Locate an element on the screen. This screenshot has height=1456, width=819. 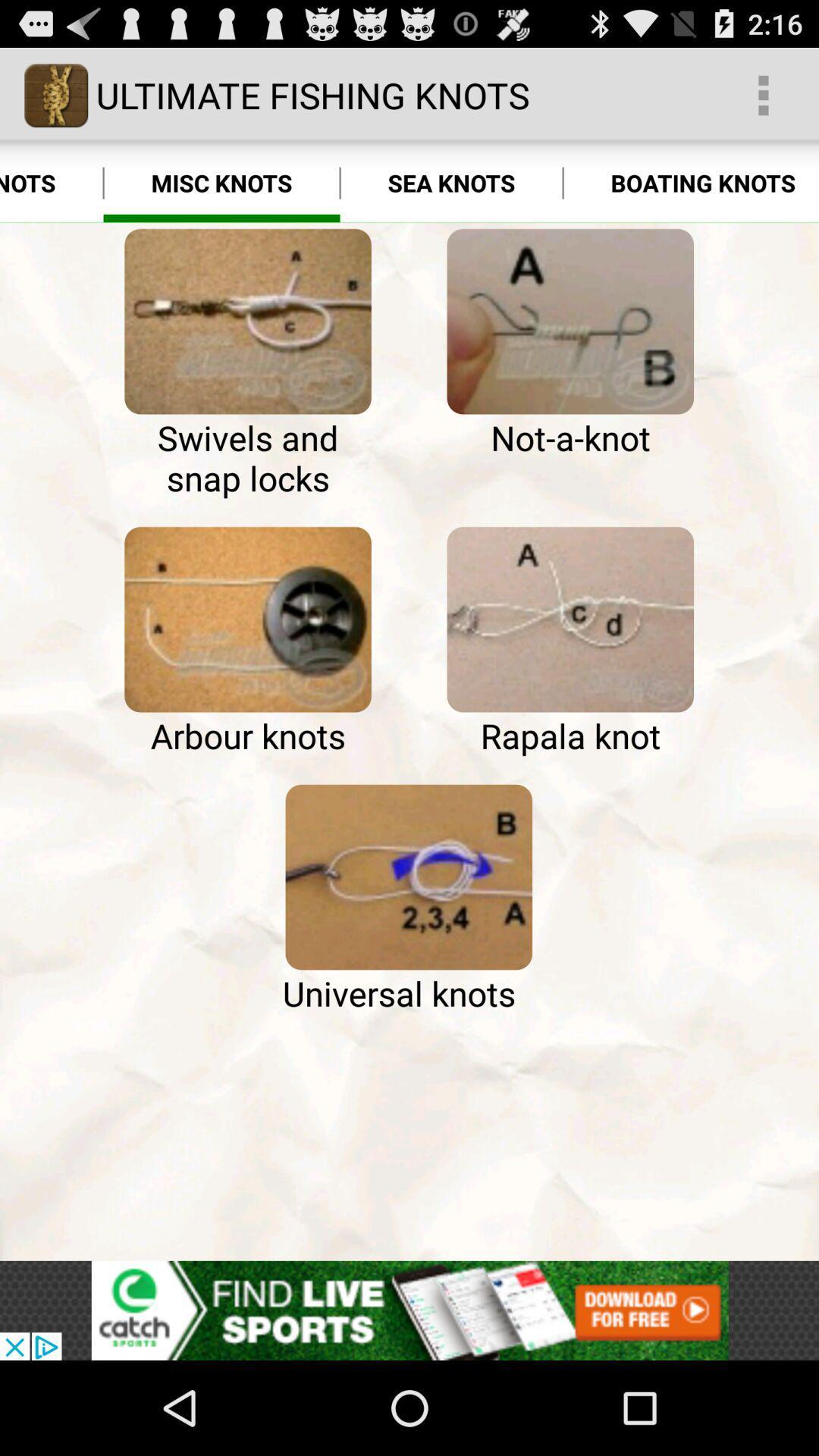
image open option is located at coordinates (570, 620).